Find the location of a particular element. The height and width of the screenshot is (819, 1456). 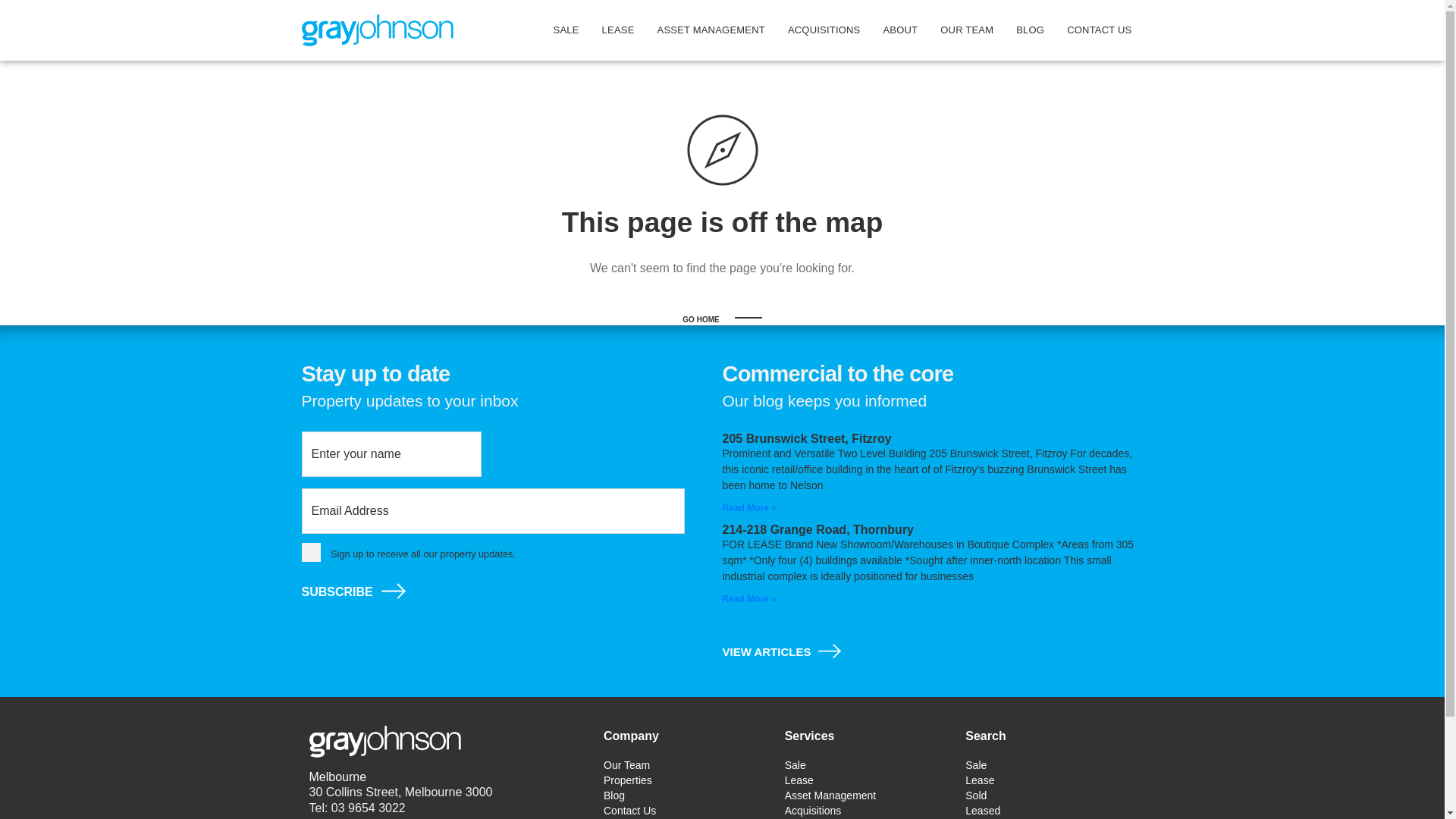

'ASSET MANAGEMENT' is located at coordinates (710, 30).